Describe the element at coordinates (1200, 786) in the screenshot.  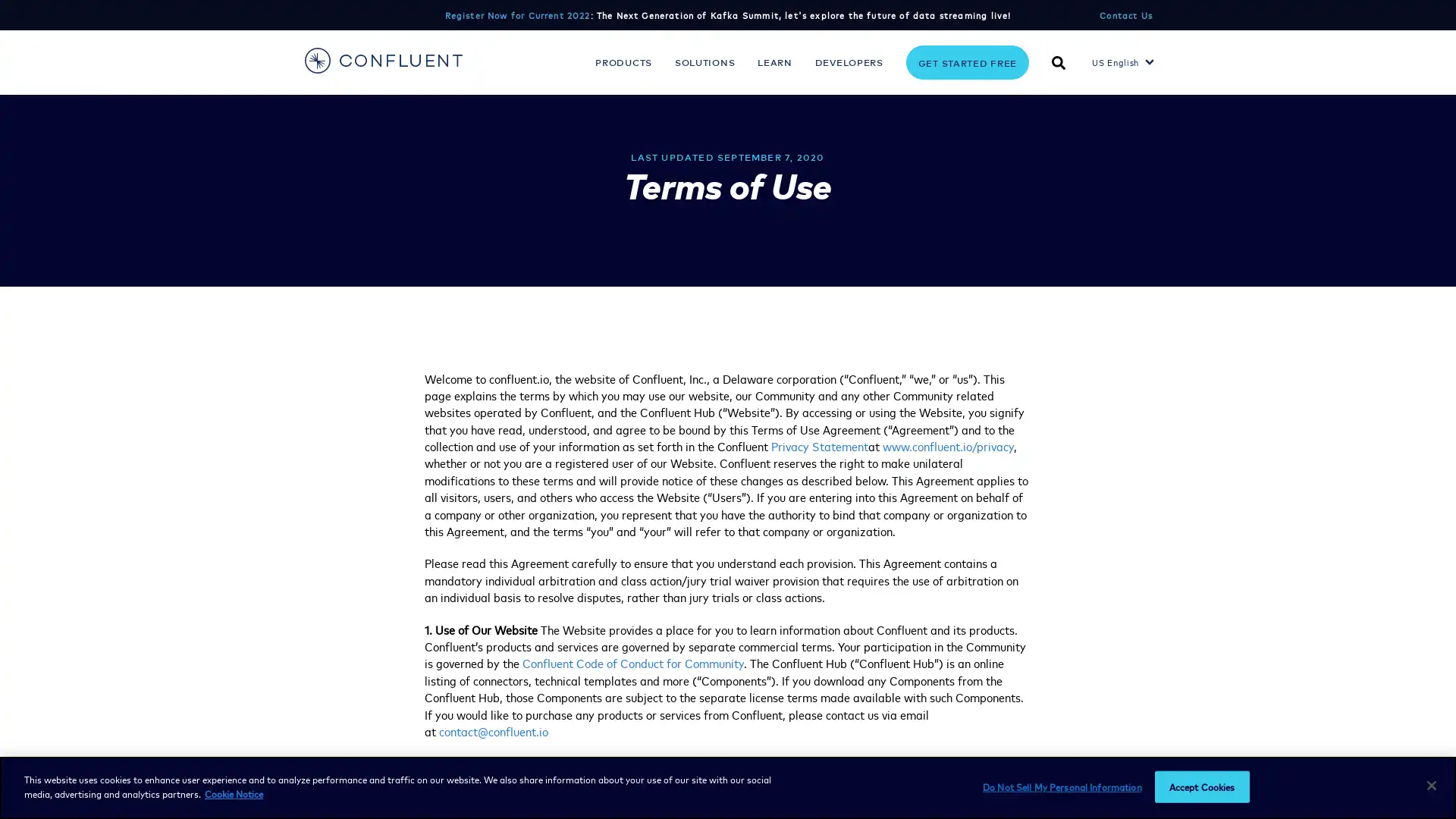
I see `Accept Cookies` at that location.